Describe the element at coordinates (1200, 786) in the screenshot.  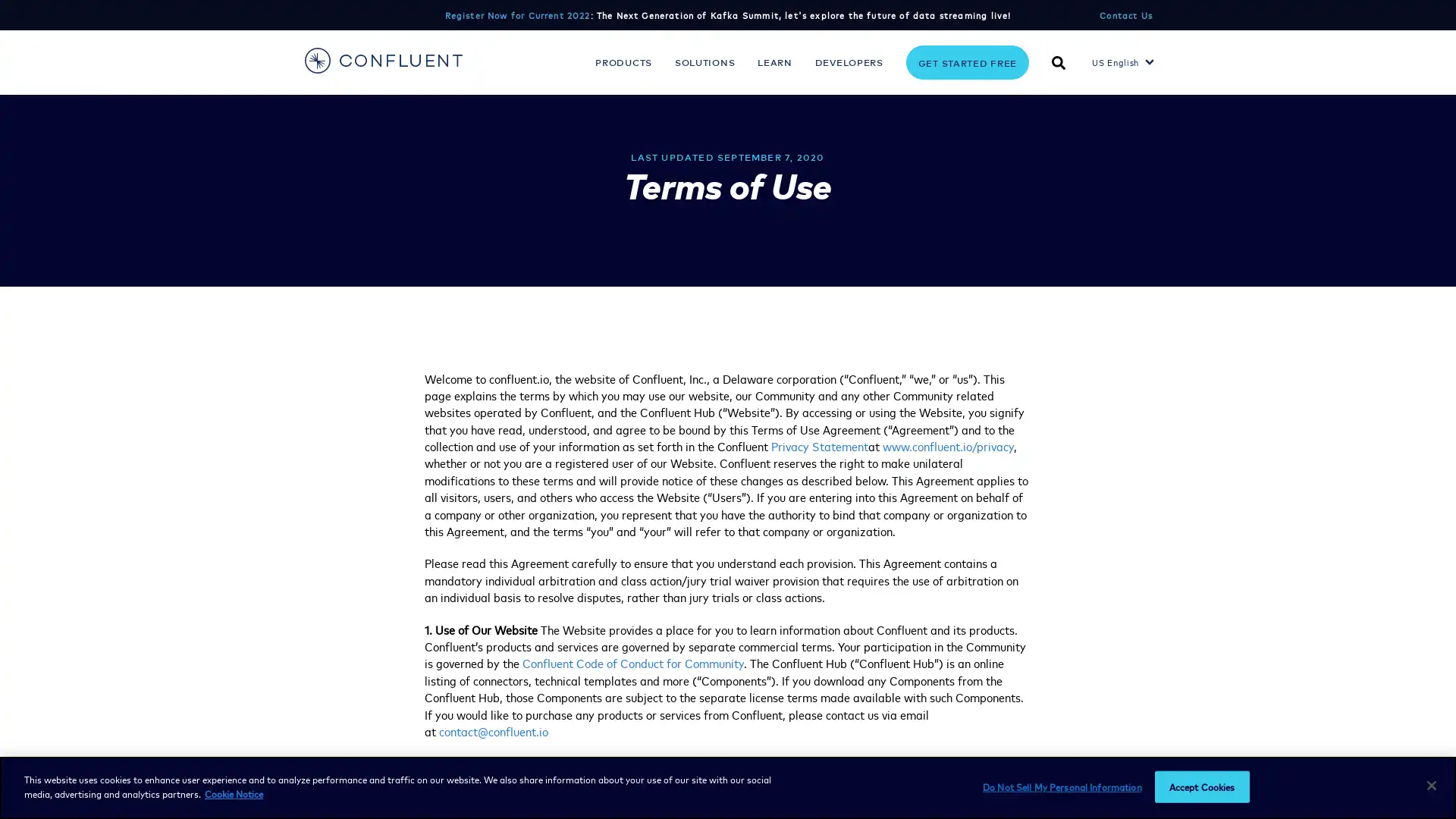
I see `Accept Cookies` at that location.